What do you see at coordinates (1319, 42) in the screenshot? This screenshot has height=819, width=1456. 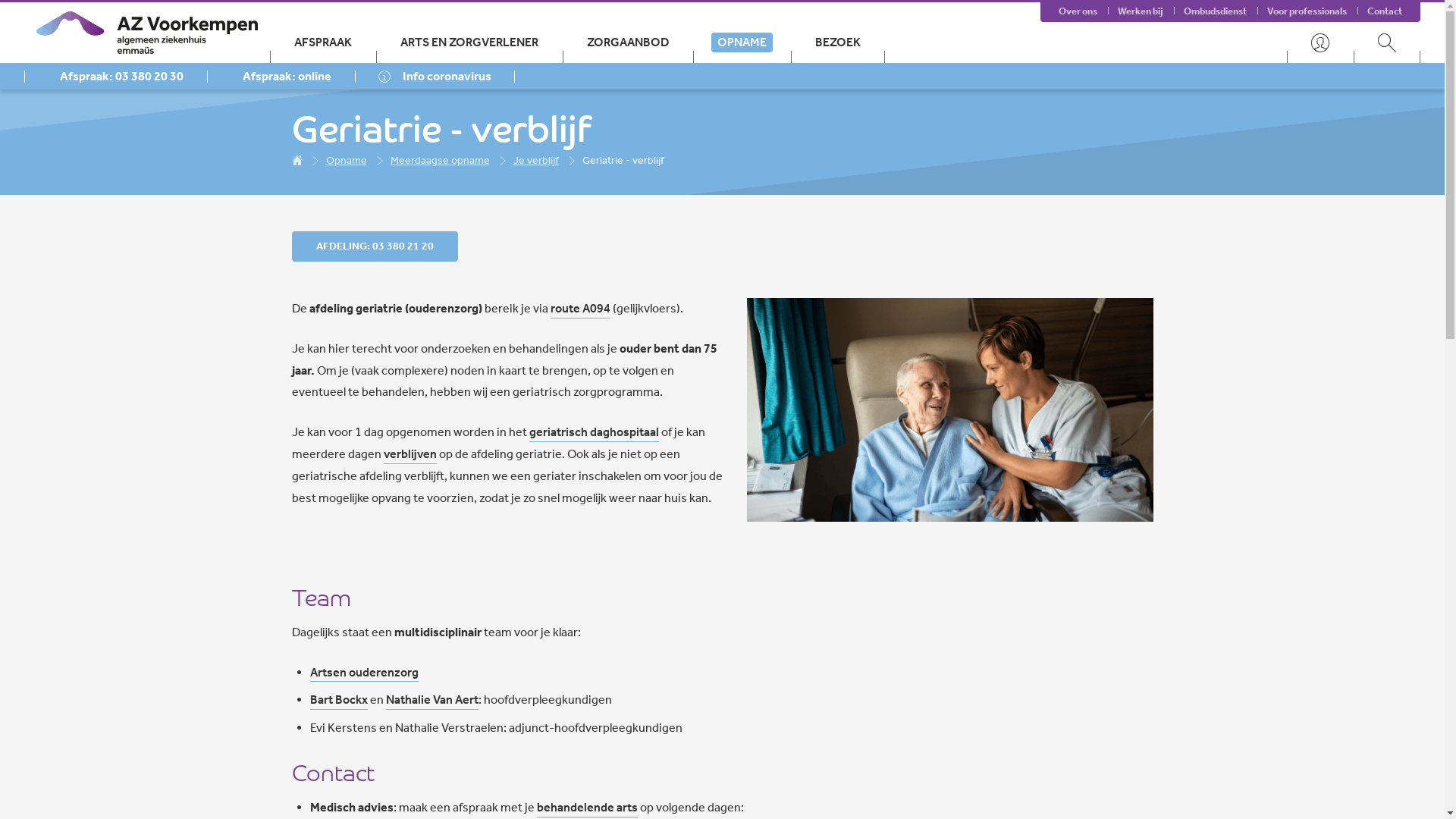 I see `'User menu'` at bounding box center [1319, 42].